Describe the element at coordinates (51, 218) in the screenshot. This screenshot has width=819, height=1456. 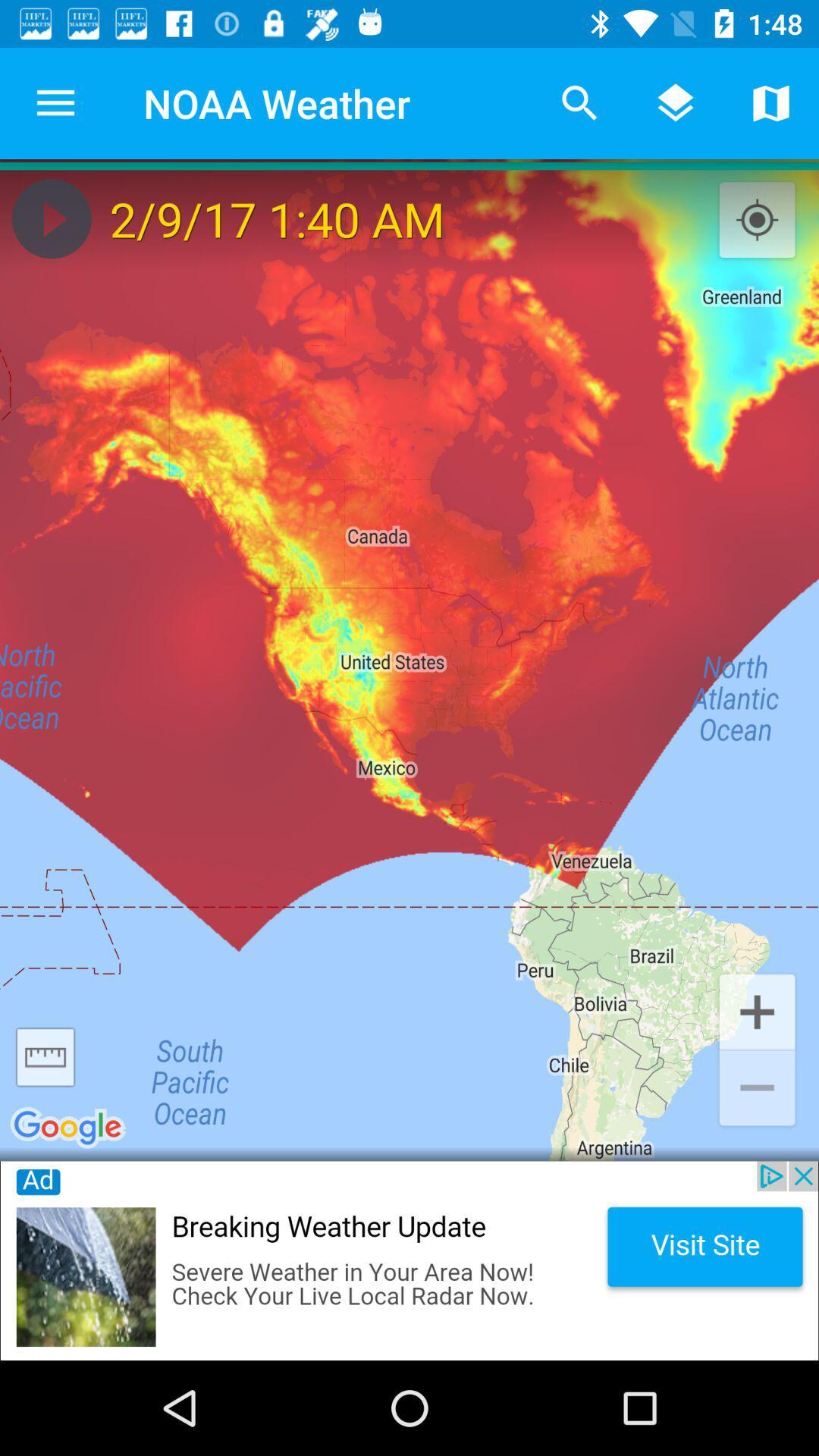
I see `play` at that location.